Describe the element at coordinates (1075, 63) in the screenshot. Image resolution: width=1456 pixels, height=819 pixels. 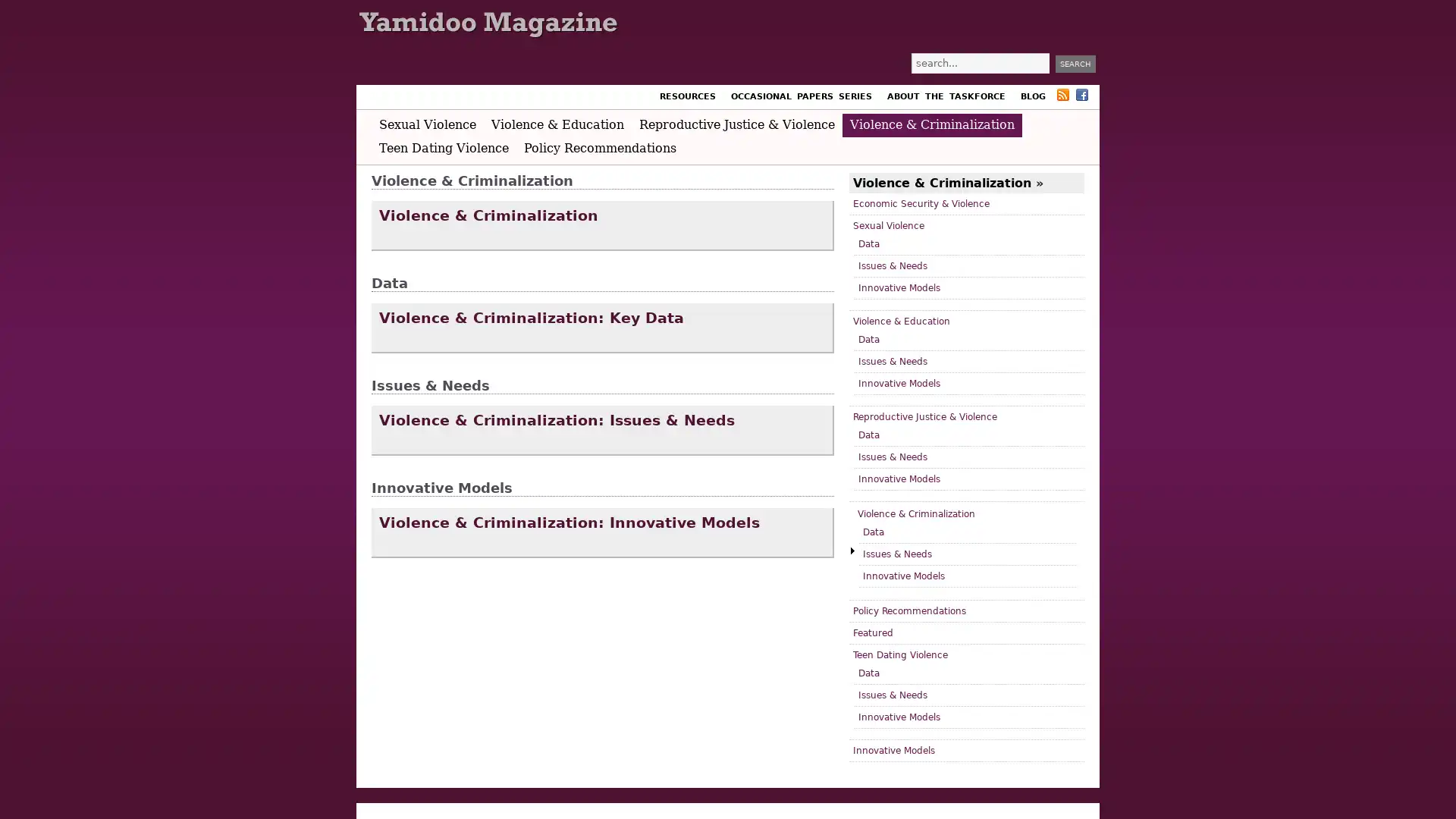
I see `Search` at that location.